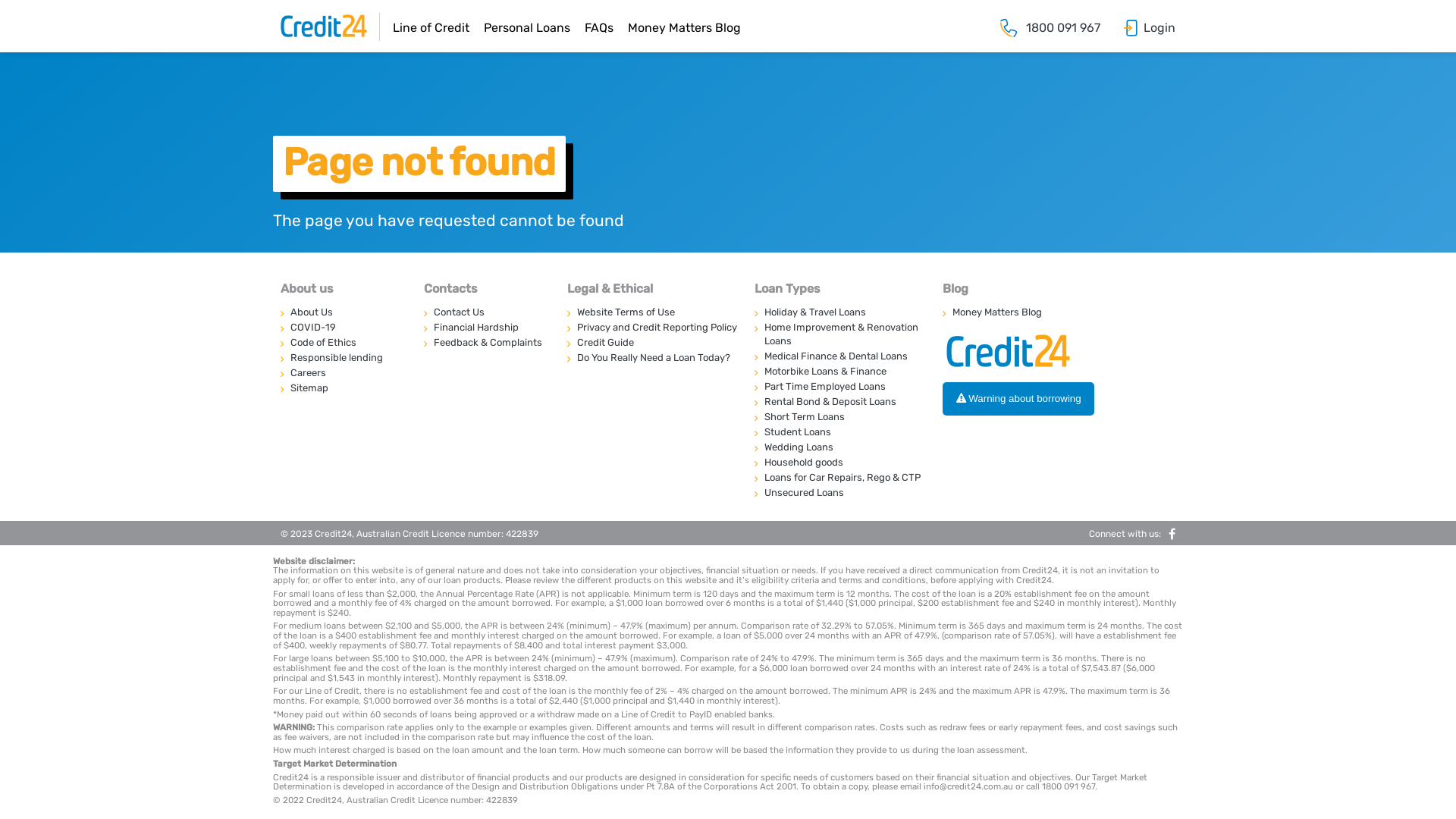 The height and width of the screenshot is (819, 1456). Describe the element at coordinates (486, 342) in the screenshot. I see `'Feedback & Complaints'` at that location.